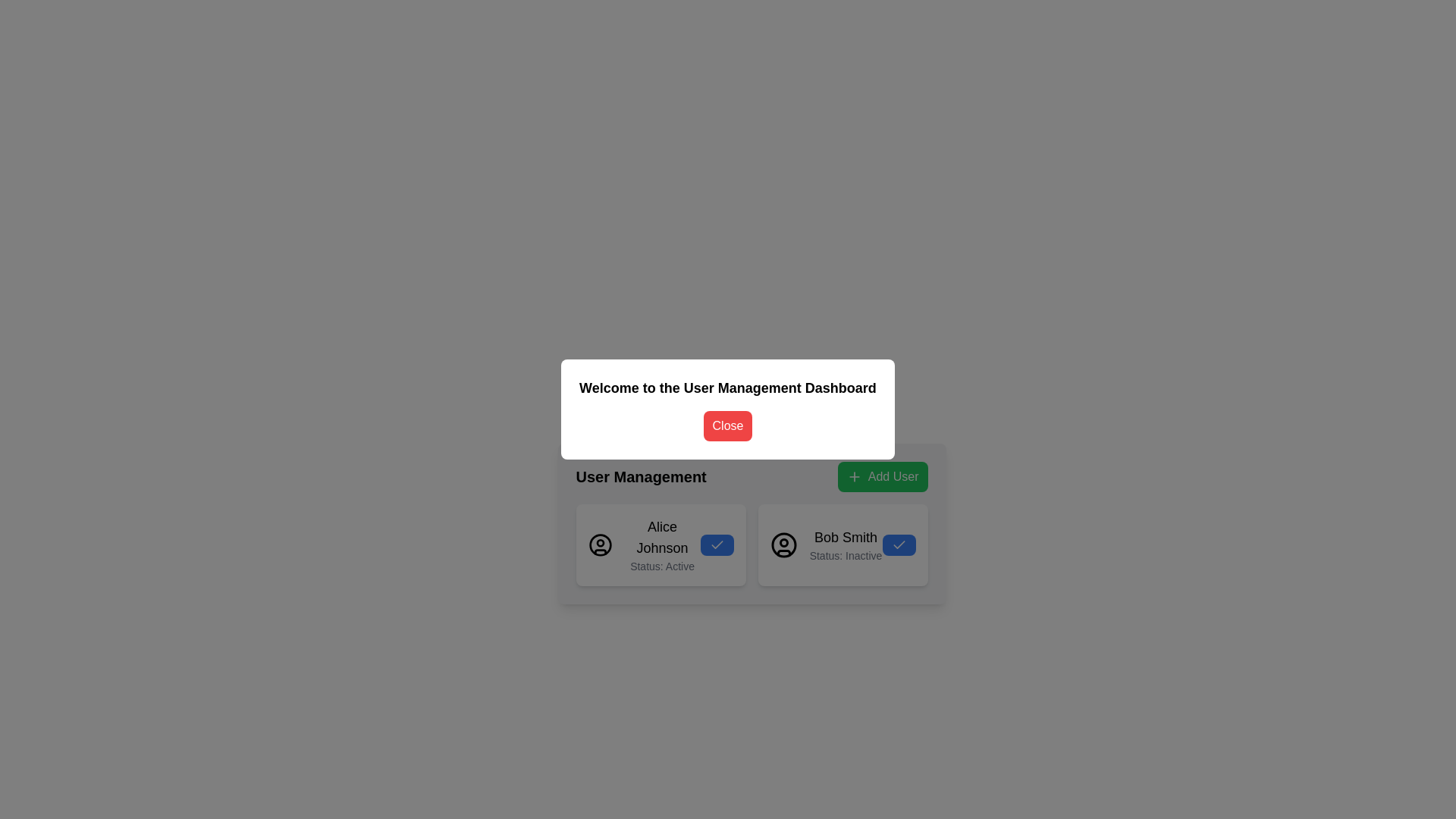  Describe the element at coordinates (599, 544) in the screenshot. I see `the circular user avatar icon located in the left card of the User Management section, which is positioned above the text label 'Alice Johnson'` at that location.